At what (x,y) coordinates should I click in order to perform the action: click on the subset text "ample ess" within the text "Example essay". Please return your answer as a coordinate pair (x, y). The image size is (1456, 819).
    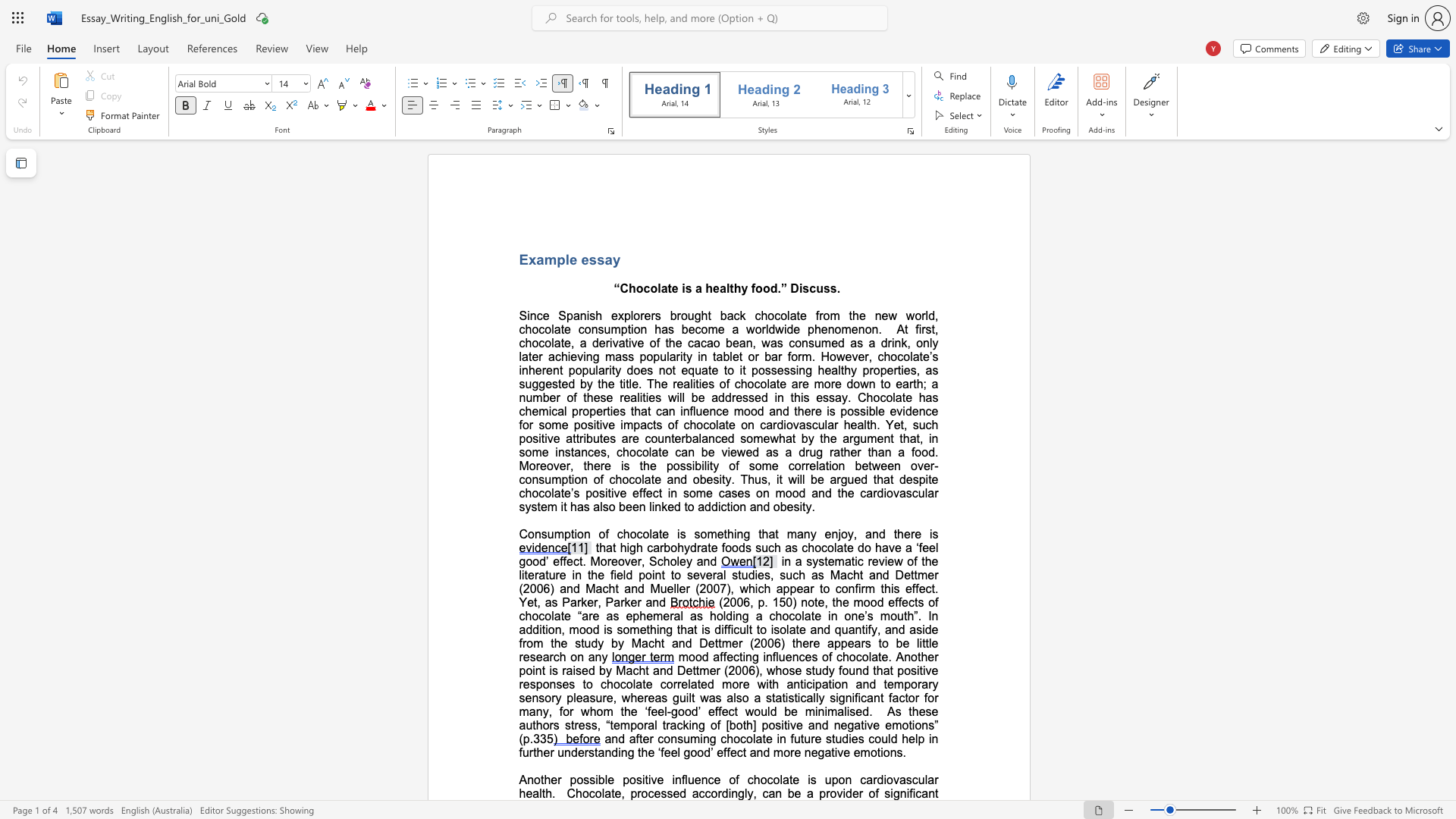
    Looking at the image, I should click on (536, 259).